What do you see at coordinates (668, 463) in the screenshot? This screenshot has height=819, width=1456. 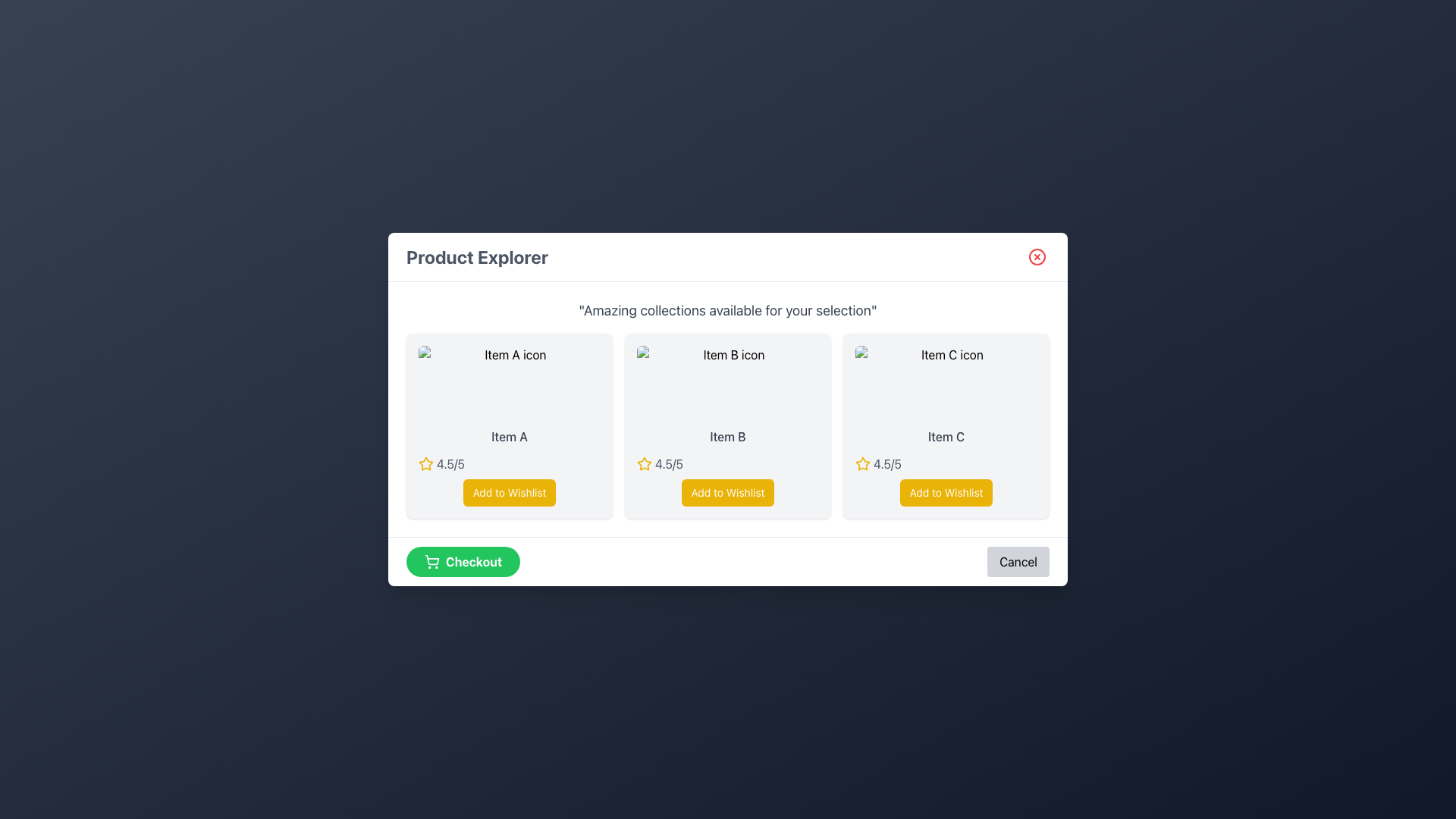 I see `displayed rating from the Rating Display Text showing '4.5/5' in light gray font, located below the 'Item B' icon and adjacent to a yellow star icon` at bounding box center [668, 463].